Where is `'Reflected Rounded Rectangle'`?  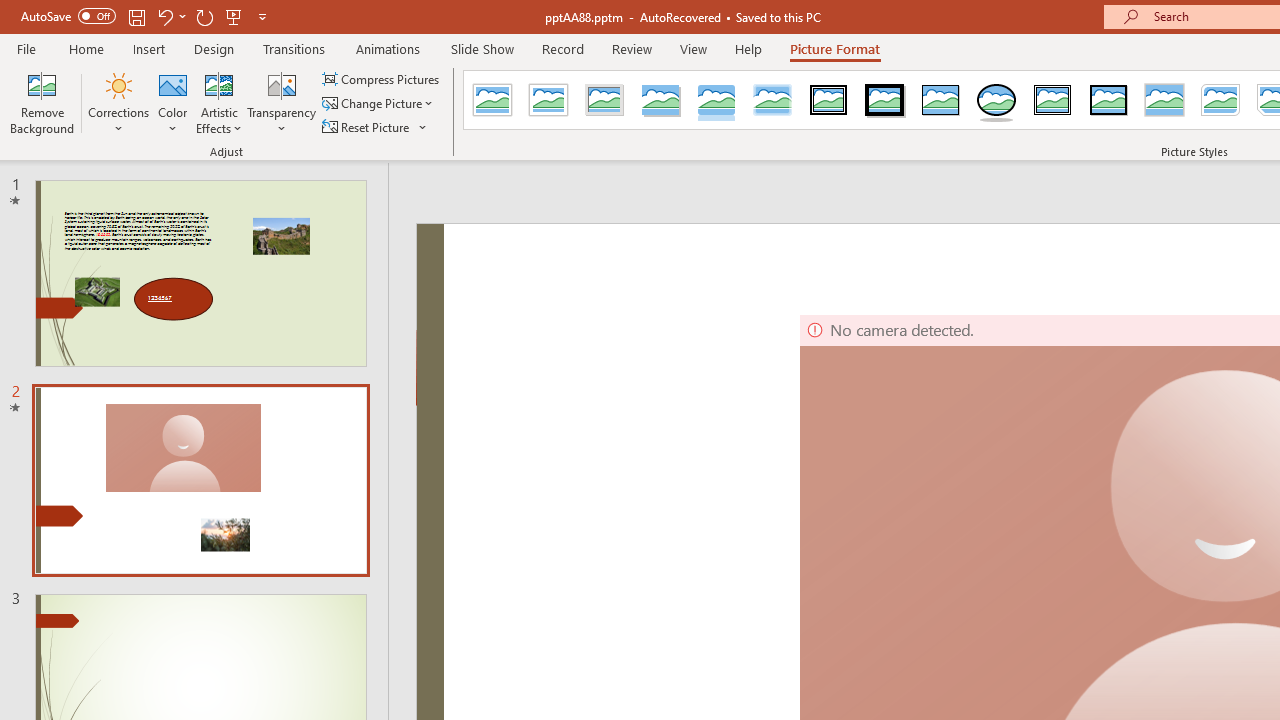 'Reflected Rounded Rectangle' is located at coordinates (716, 100).